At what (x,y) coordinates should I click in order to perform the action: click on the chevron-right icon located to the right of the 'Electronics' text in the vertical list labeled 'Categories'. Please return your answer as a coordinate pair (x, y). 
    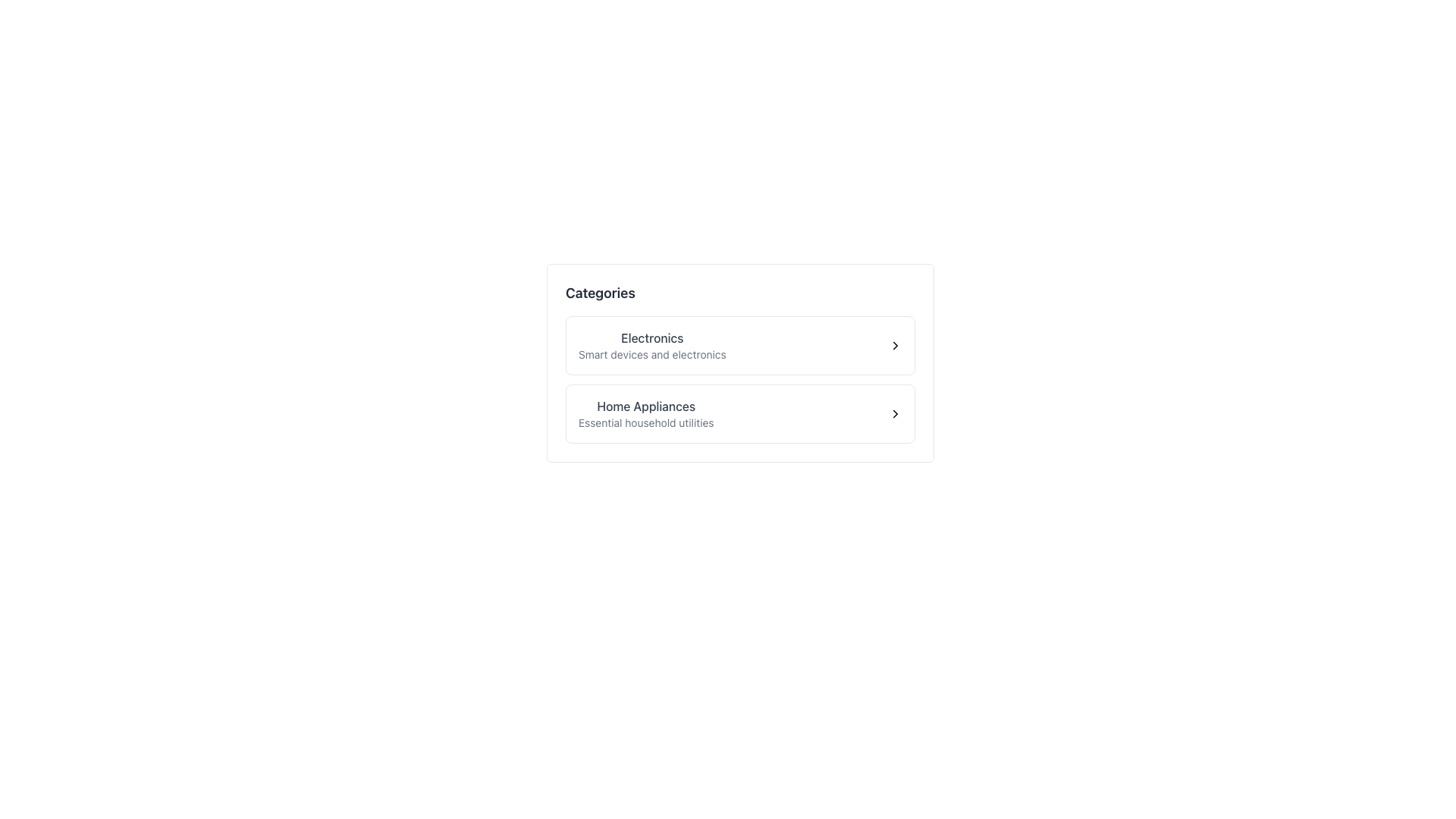
    Looking at the image, I should click on (895, 345).